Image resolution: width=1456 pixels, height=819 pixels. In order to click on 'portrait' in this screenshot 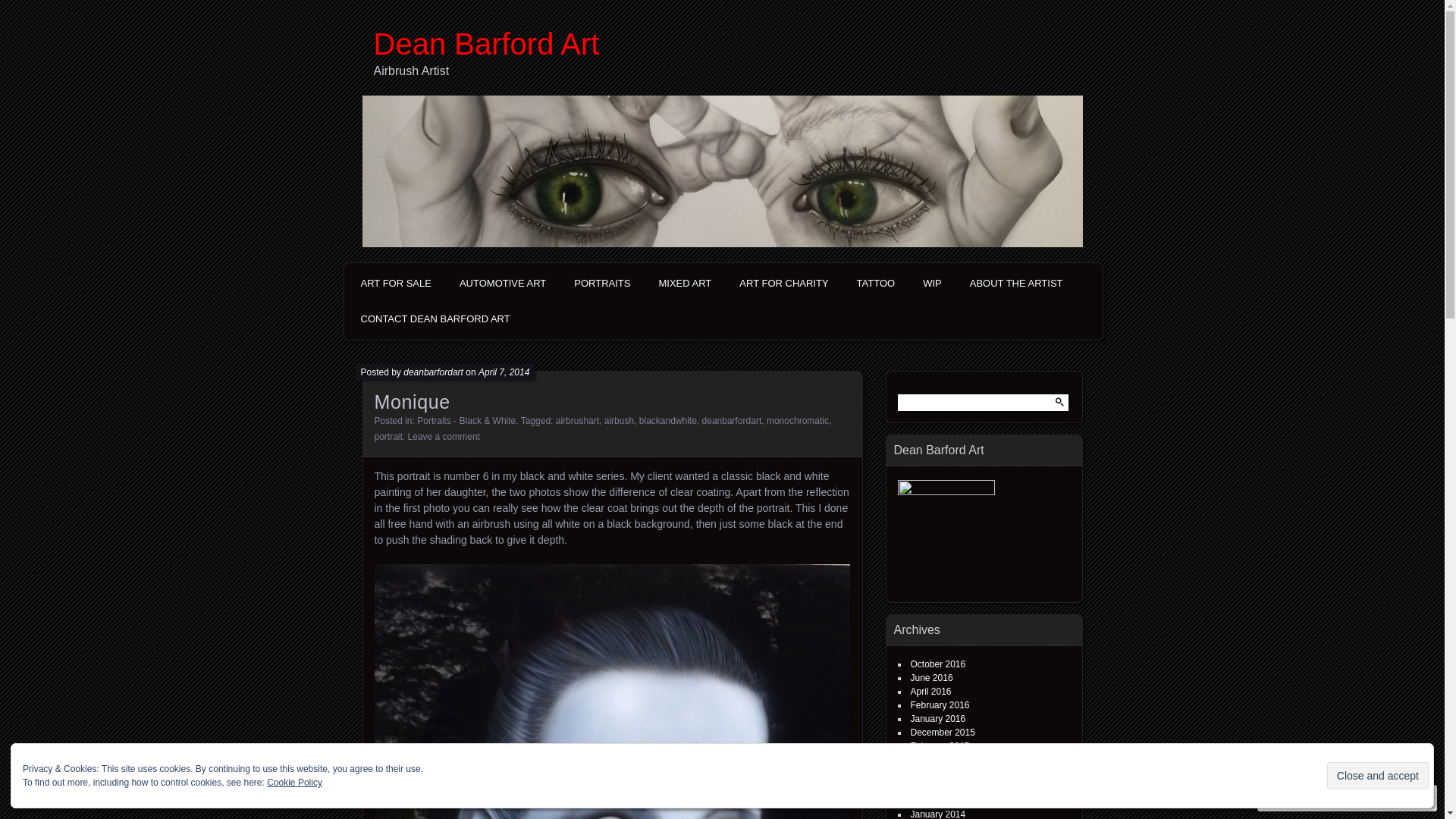, I will do `click(388, 436)`.